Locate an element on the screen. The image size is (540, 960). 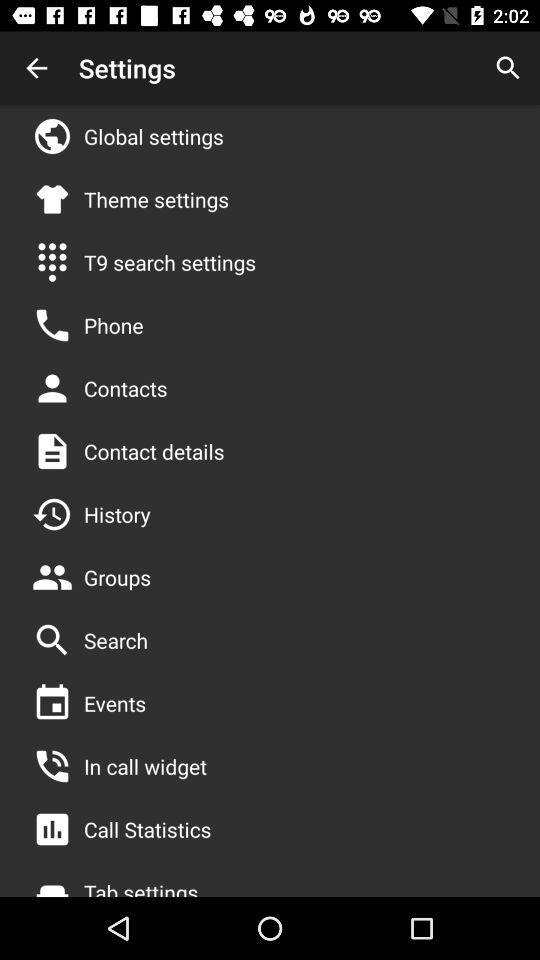
item below phone icon is located at coordinates (125, 387).